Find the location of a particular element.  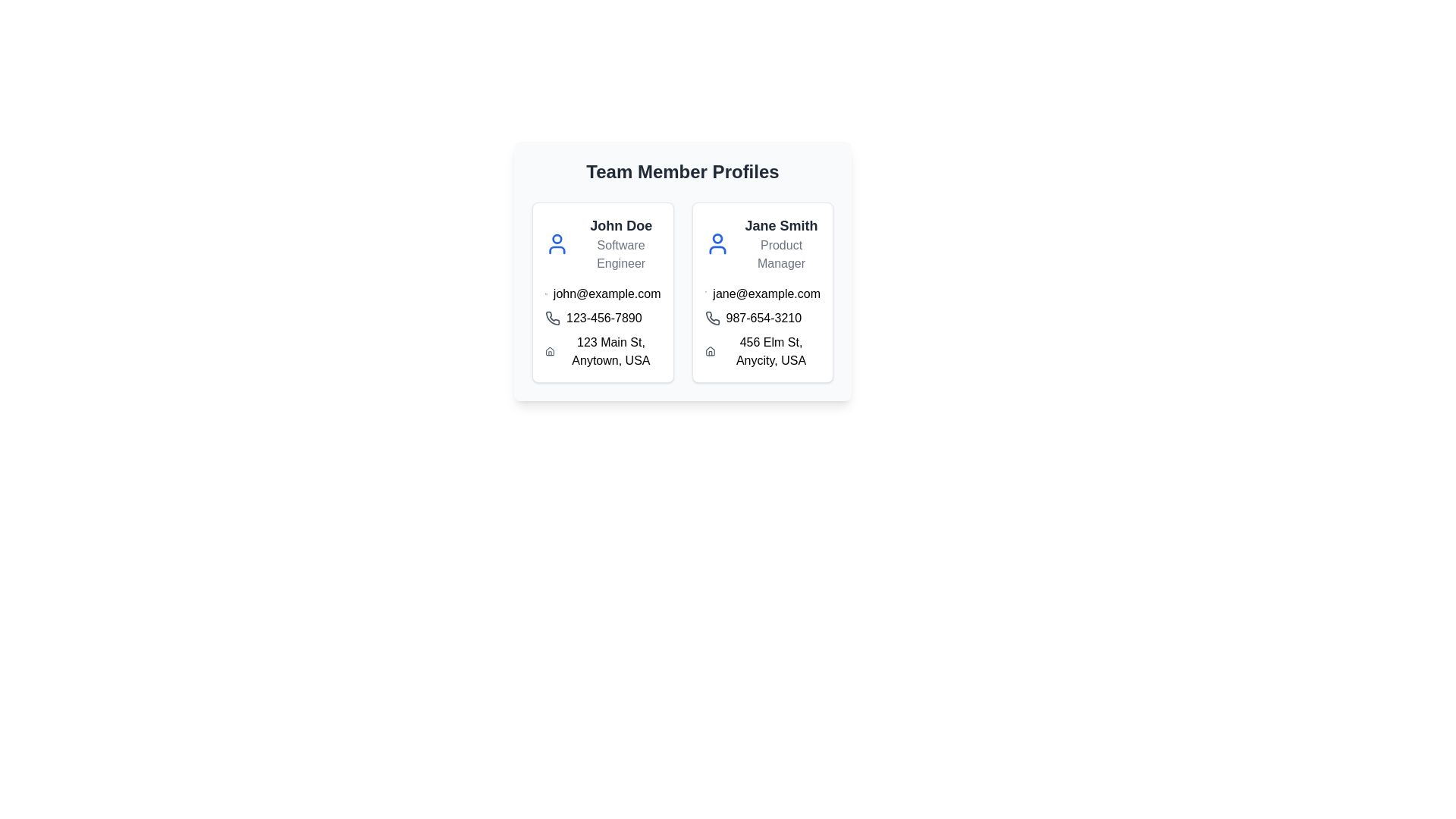

the house icon located on the left side of the address text in 'John Doe' card is located at coordinates (549, 351).